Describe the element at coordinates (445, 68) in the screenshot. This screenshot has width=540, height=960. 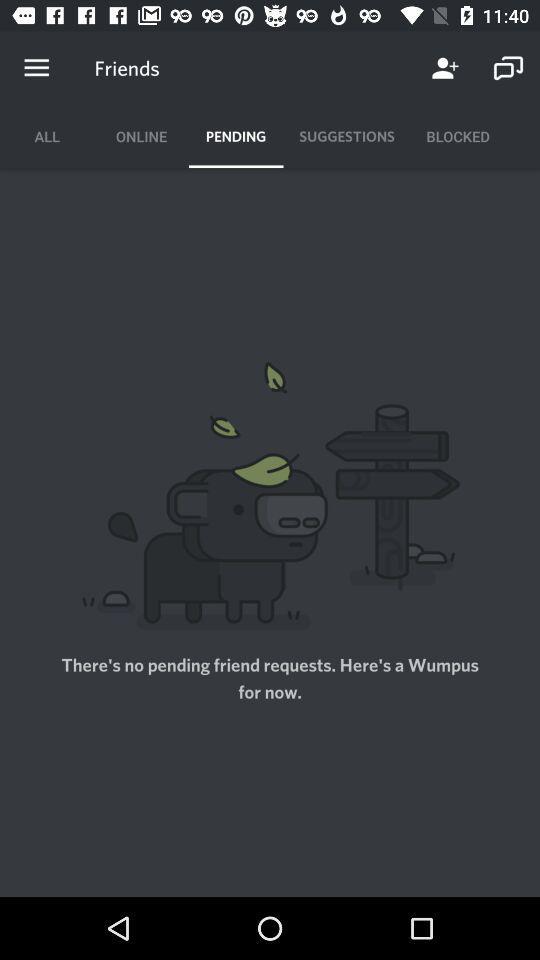
I see `the icon next to the friends item` at that location.